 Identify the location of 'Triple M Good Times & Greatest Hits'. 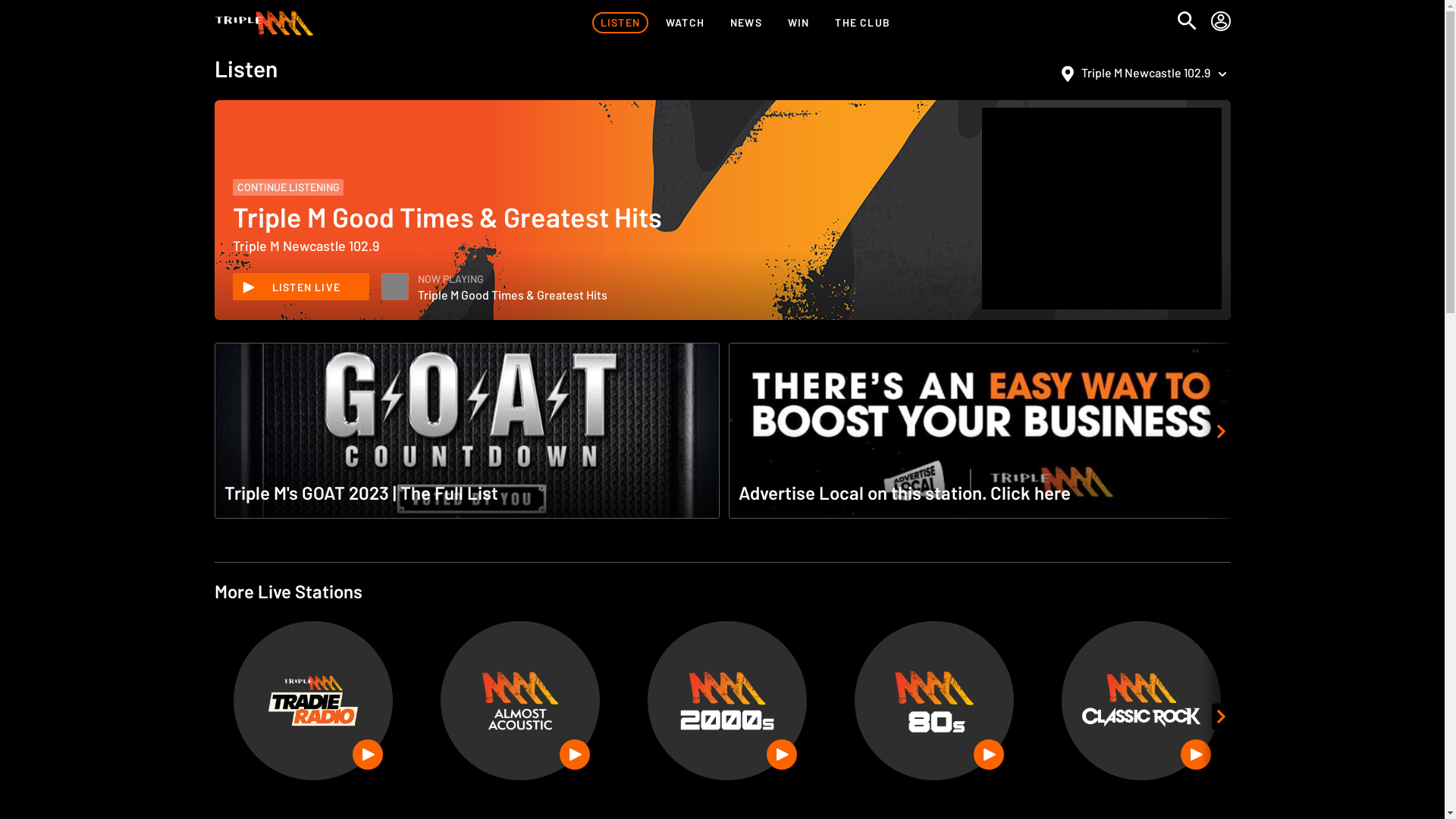
(395, 287).